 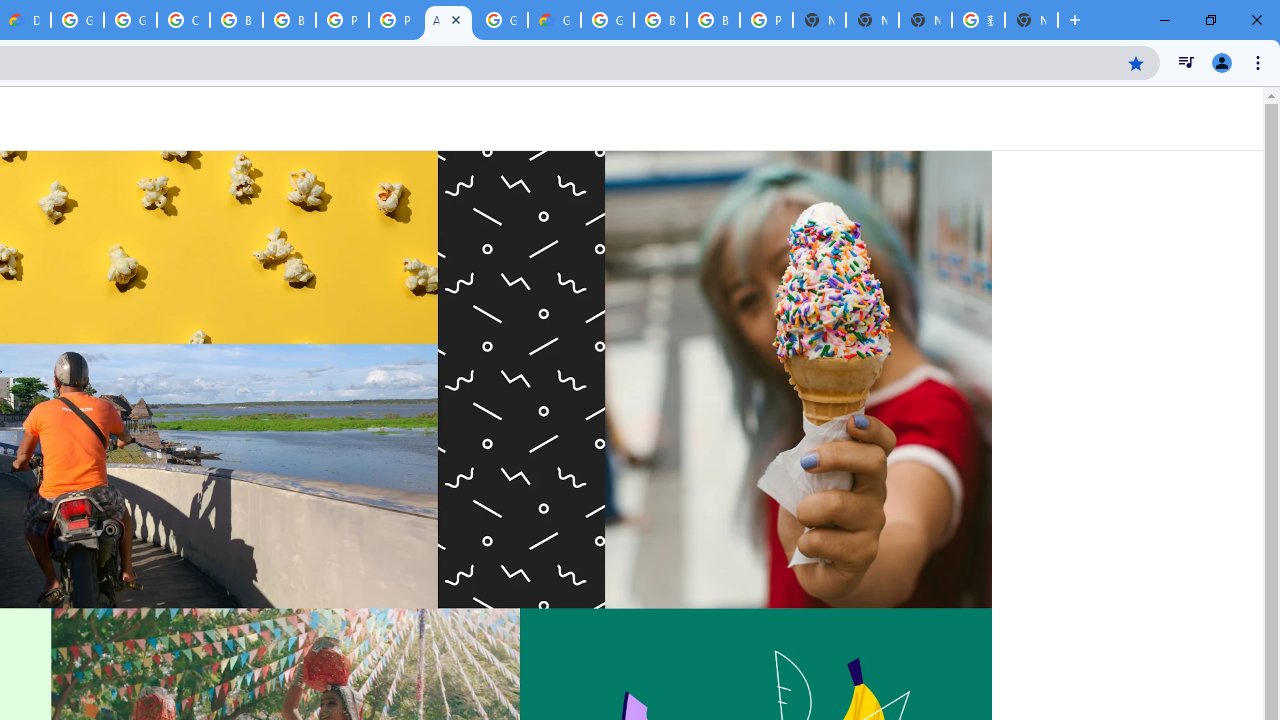 I want to click on 'About YouTube - YouTube', so click(x=447, y=20).